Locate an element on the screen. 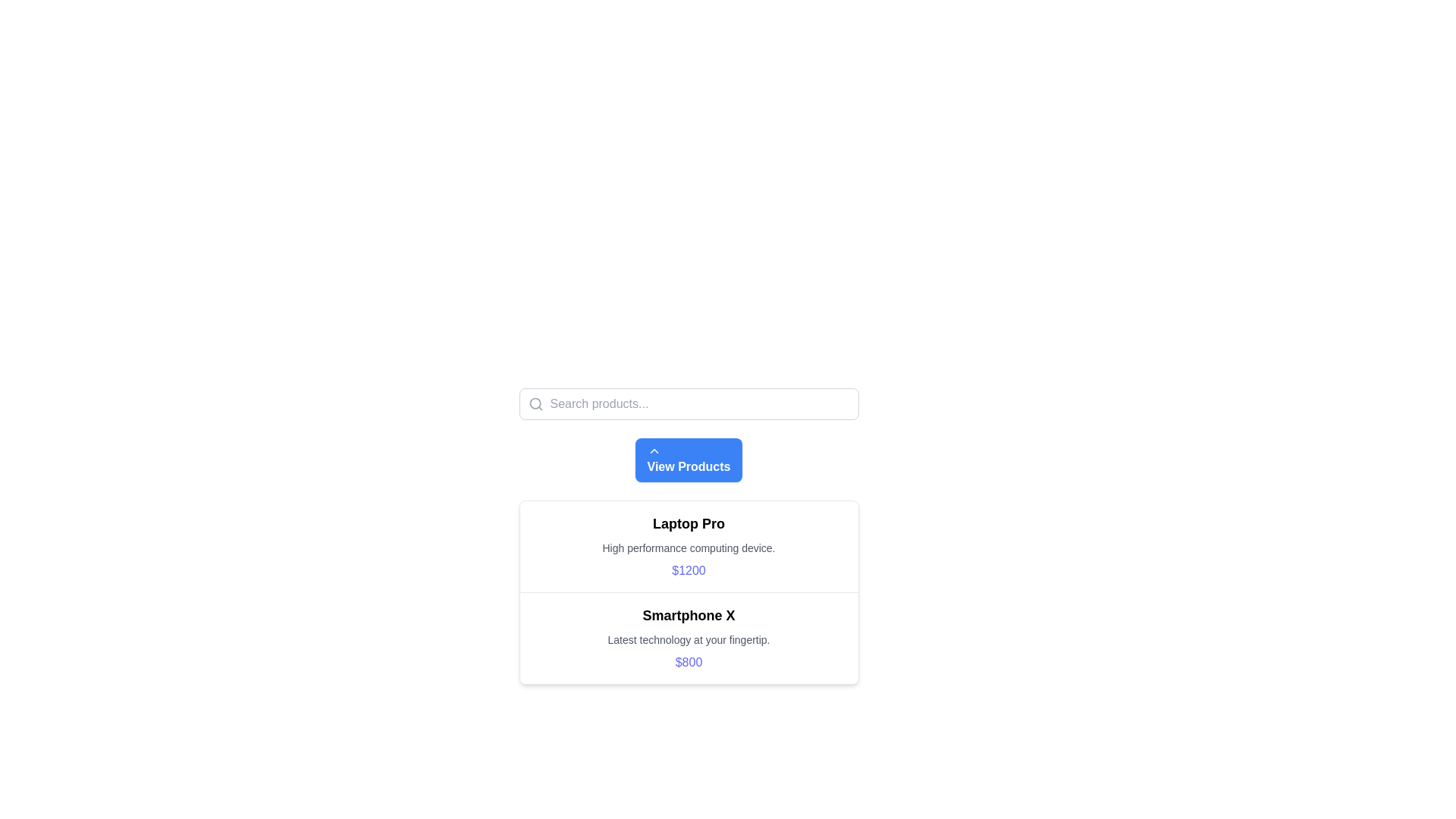 Image resolution: width=1456 pixels, height=819 pixels. chevron icon located at the central upper region of the 'View Products' button for details is located at coordinates (654, 450).